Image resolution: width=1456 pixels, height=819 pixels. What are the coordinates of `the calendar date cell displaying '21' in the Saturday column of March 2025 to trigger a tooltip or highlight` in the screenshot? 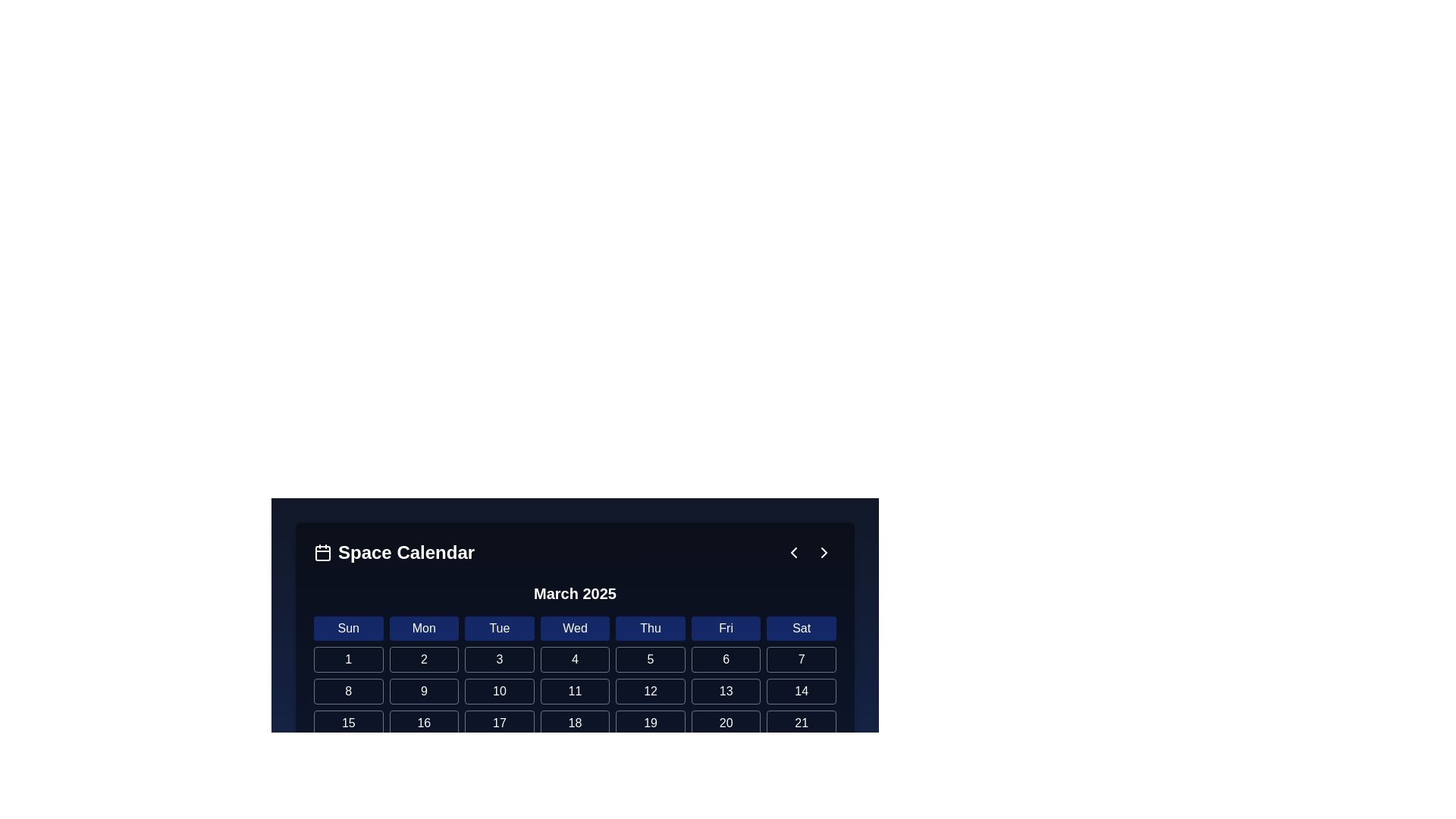 It's located at (801, 722).